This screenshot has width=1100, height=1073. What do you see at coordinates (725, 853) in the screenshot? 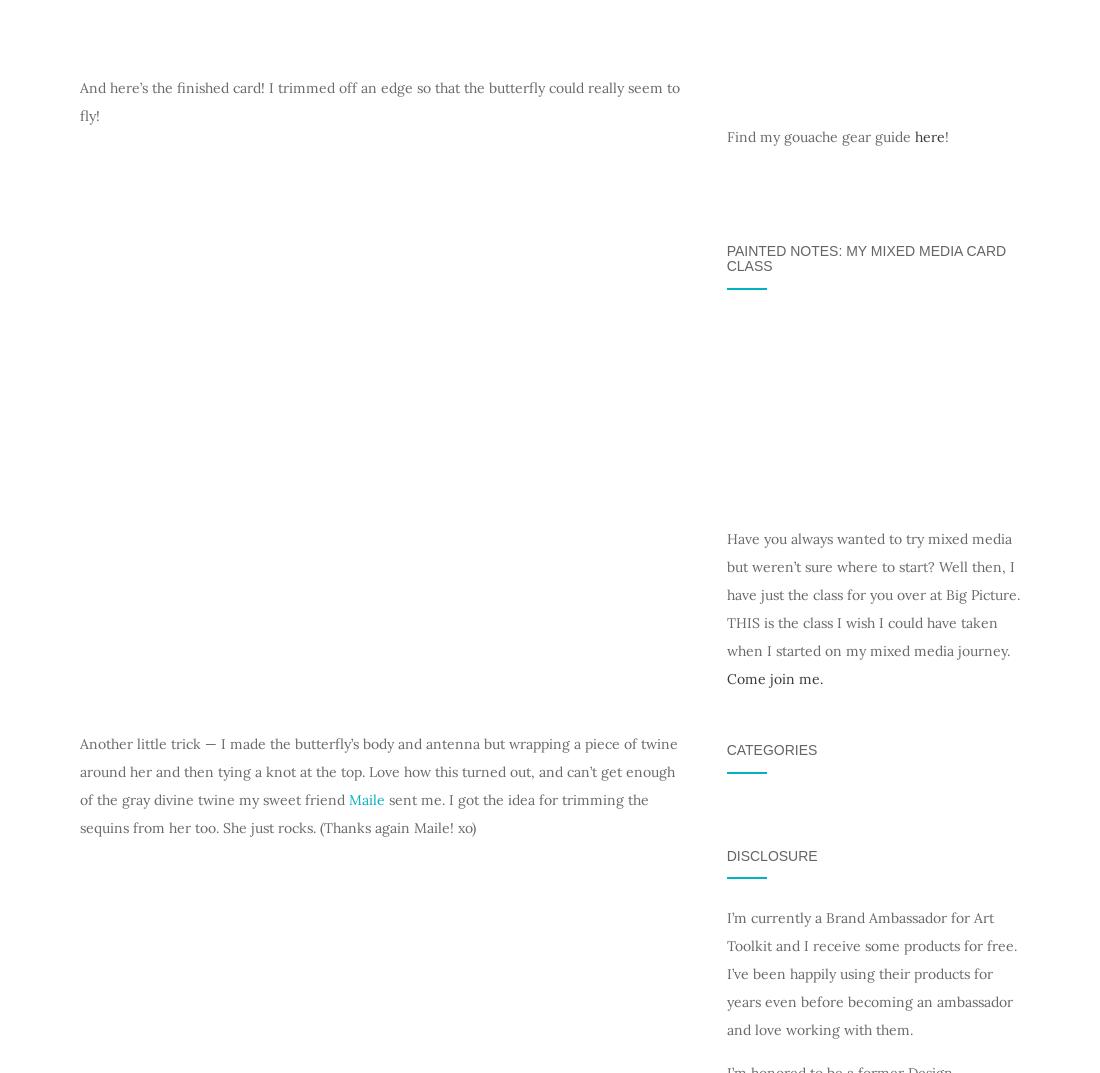
I see `'Disclosure'` at bounding box center [725, 853].